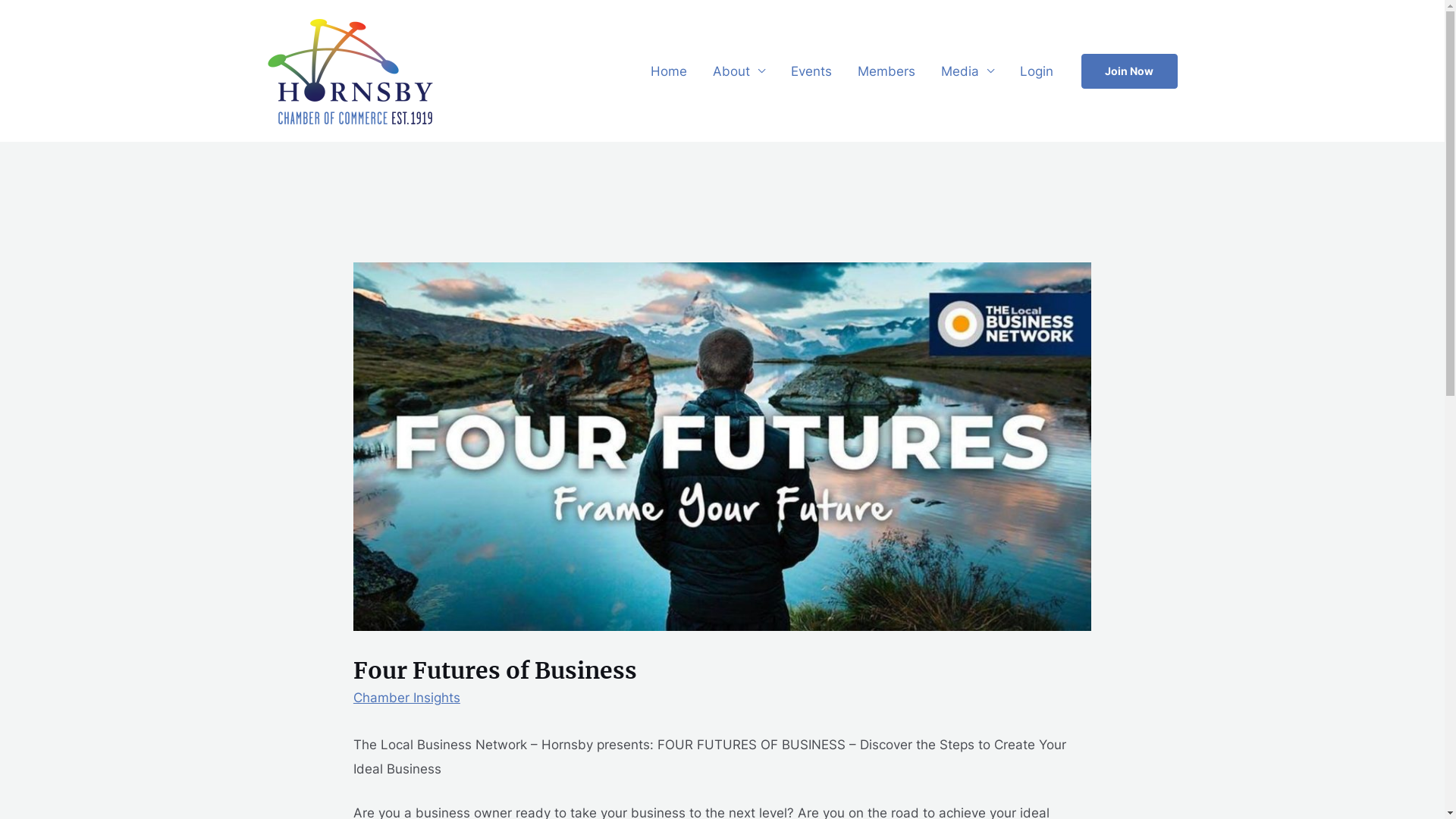 This screenshot has height=819, width=1456. What do you see at coordinates (811, 70) in the screenshot?
I see `'Events'` at bounding box center [811, 70].